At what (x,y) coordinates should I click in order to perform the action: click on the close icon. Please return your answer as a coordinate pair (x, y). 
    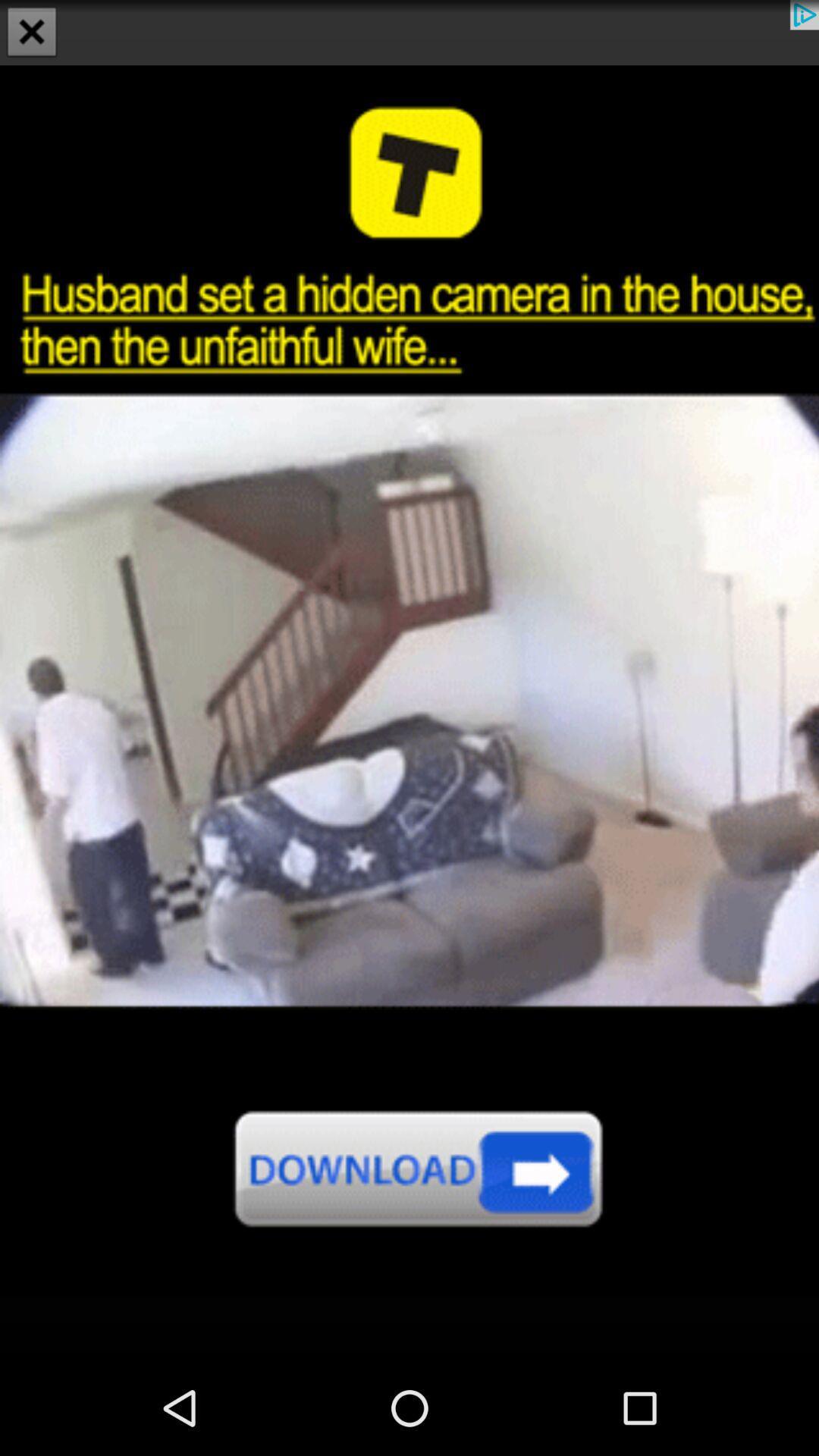
    Looking at the image, I should click on (32, 33).